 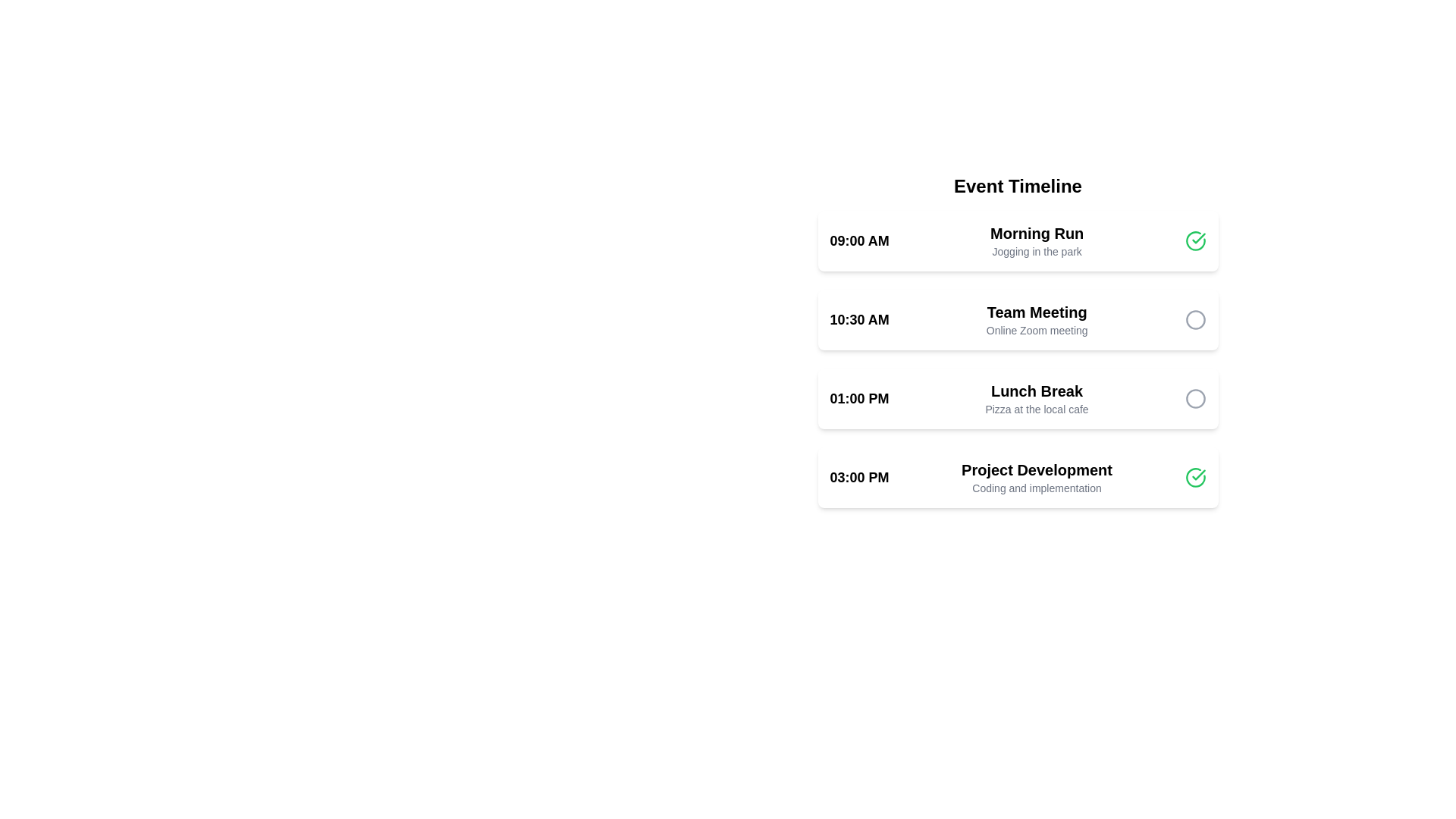 I want to click on the green circular icon with a checkmark symbol within it, which is the last subcomponent of the '09:00 AM Morning Run' entry in the 'Event Timeline', so click(x=1194, y=240).